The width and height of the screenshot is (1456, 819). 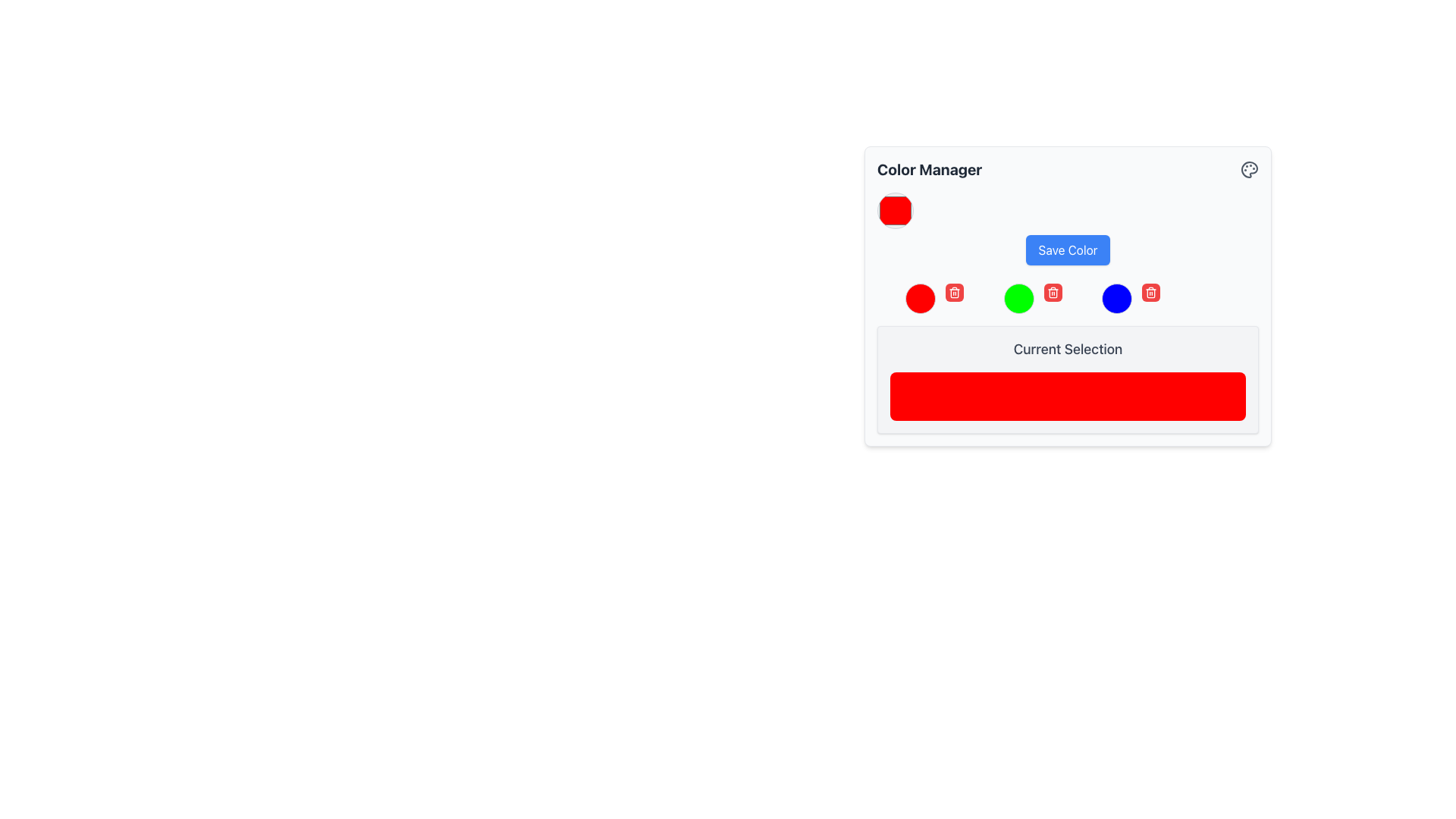 What do you see at coordinates (953, 292) in the screenshot?
I see `the trash can icon button on a red background` at bounding box center [953, 292].